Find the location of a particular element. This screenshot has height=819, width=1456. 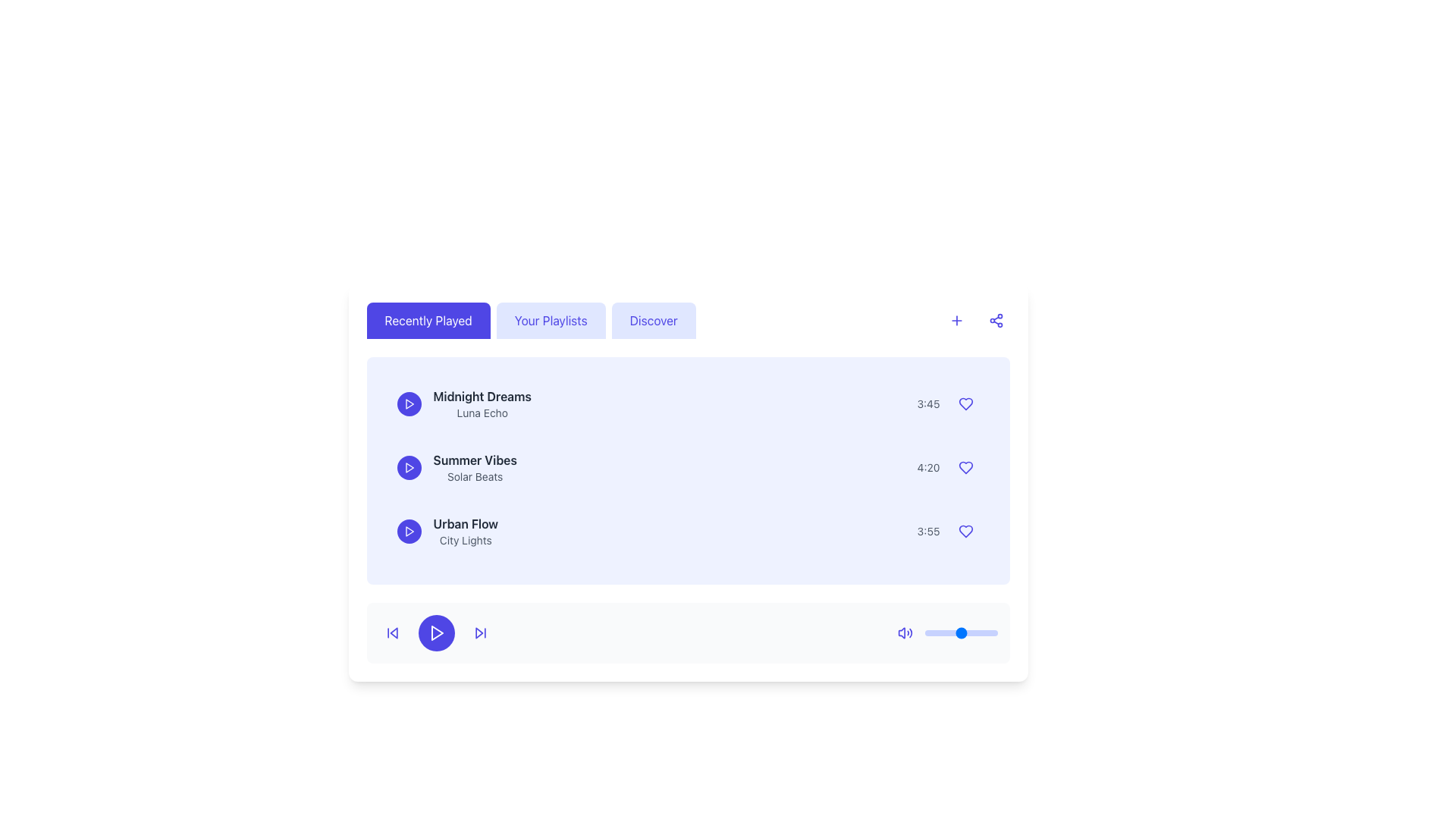

the slider is located at coordinates (995, 632).